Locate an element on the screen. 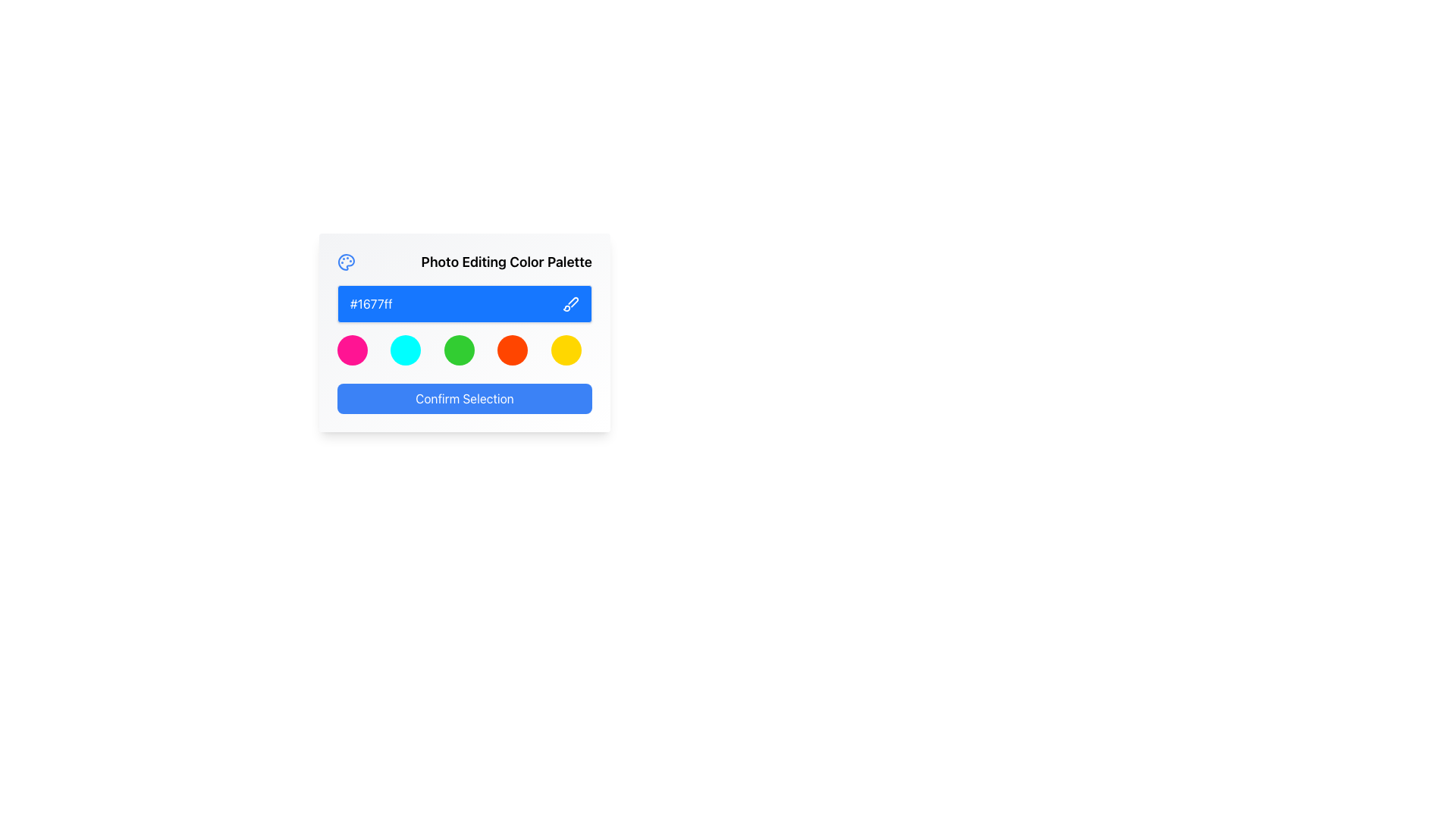 This screenshot has height=819, width=1456. the blue paint palette icon with circular paint dabs located in the top-left corner of the Photo Editing Color Palette dialog box is located at coordinates (345, 262).